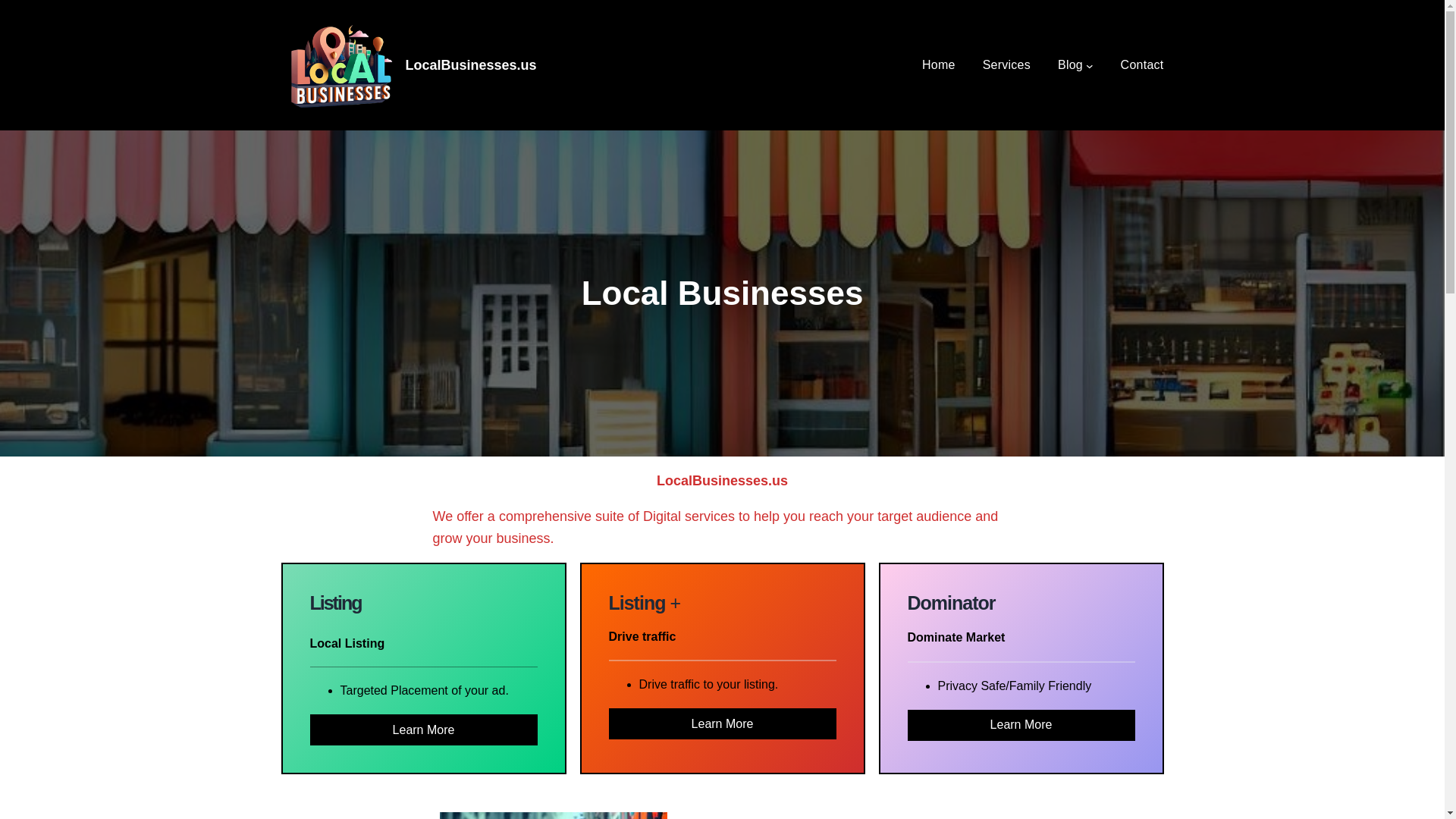 The width and height of the screenshot is (1456, 819). What do you see at coordinates (404, 64) in the screenshot?
I see `'LocalBusinesses.us'` at bounding box center [404, 64].